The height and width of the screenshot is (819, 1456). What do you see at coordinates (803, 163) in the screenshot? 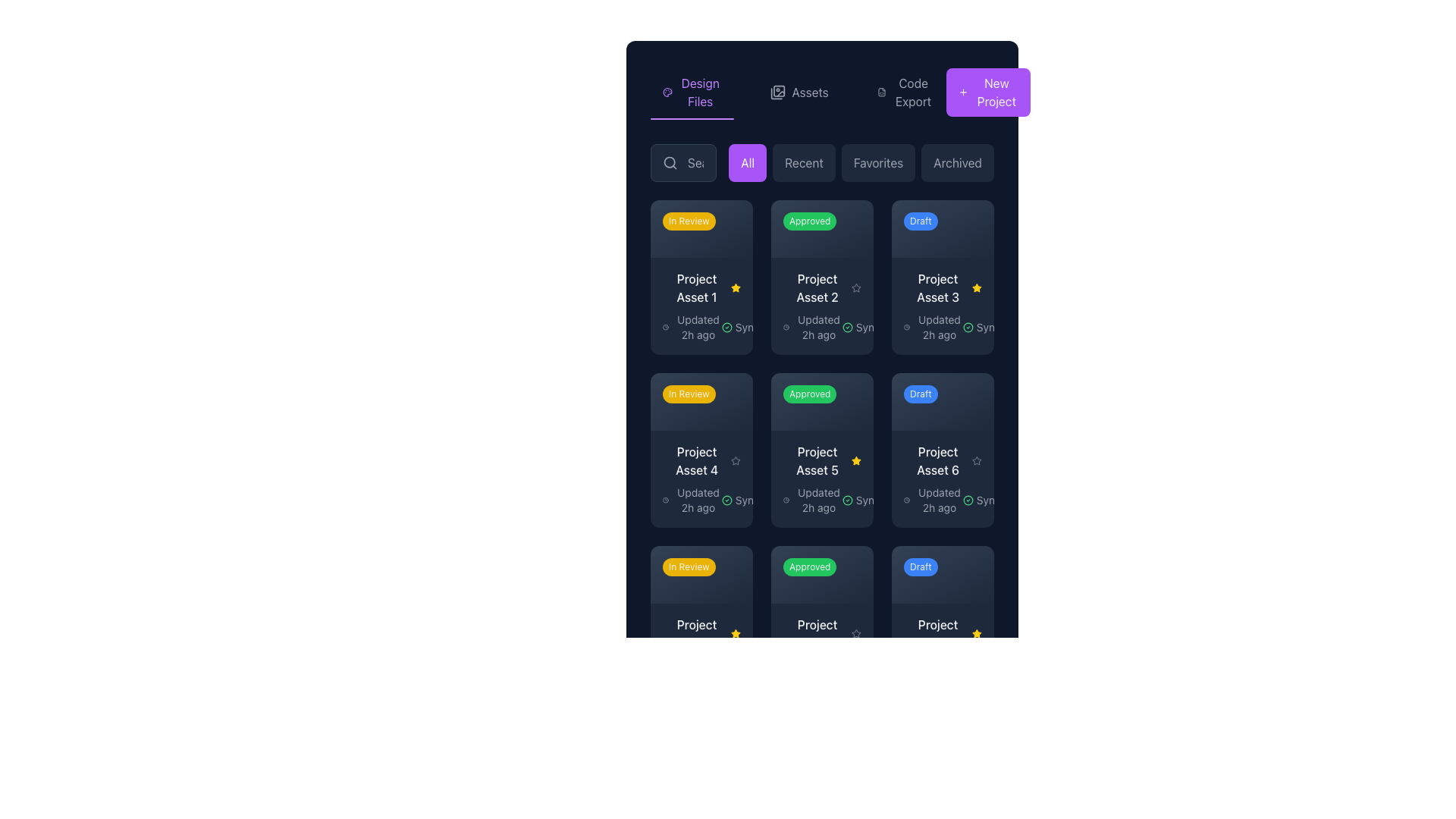
I see `the 'Recent' button, which is the second button from the left in a horizontal group with a dark slate background and light-gray text` at bounding box center [803, 163].